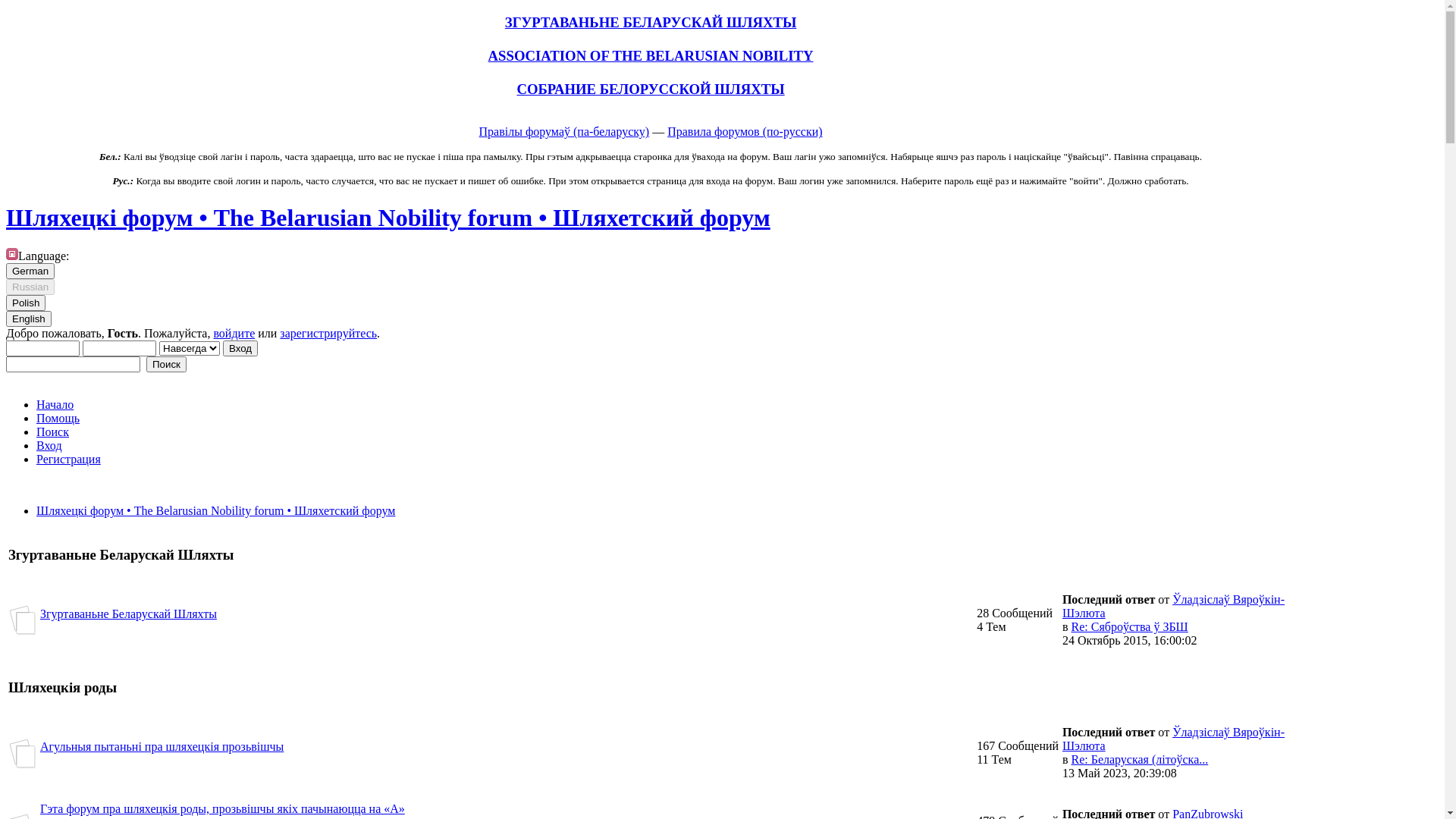 This screenshot has width=1456, height=819. What do you see at coordinates (651, 55) in the screenshot?
I see `'ASSOCIATION OF THE BELARUSIAN NOBILITY'` at bounding box center [651, 55].